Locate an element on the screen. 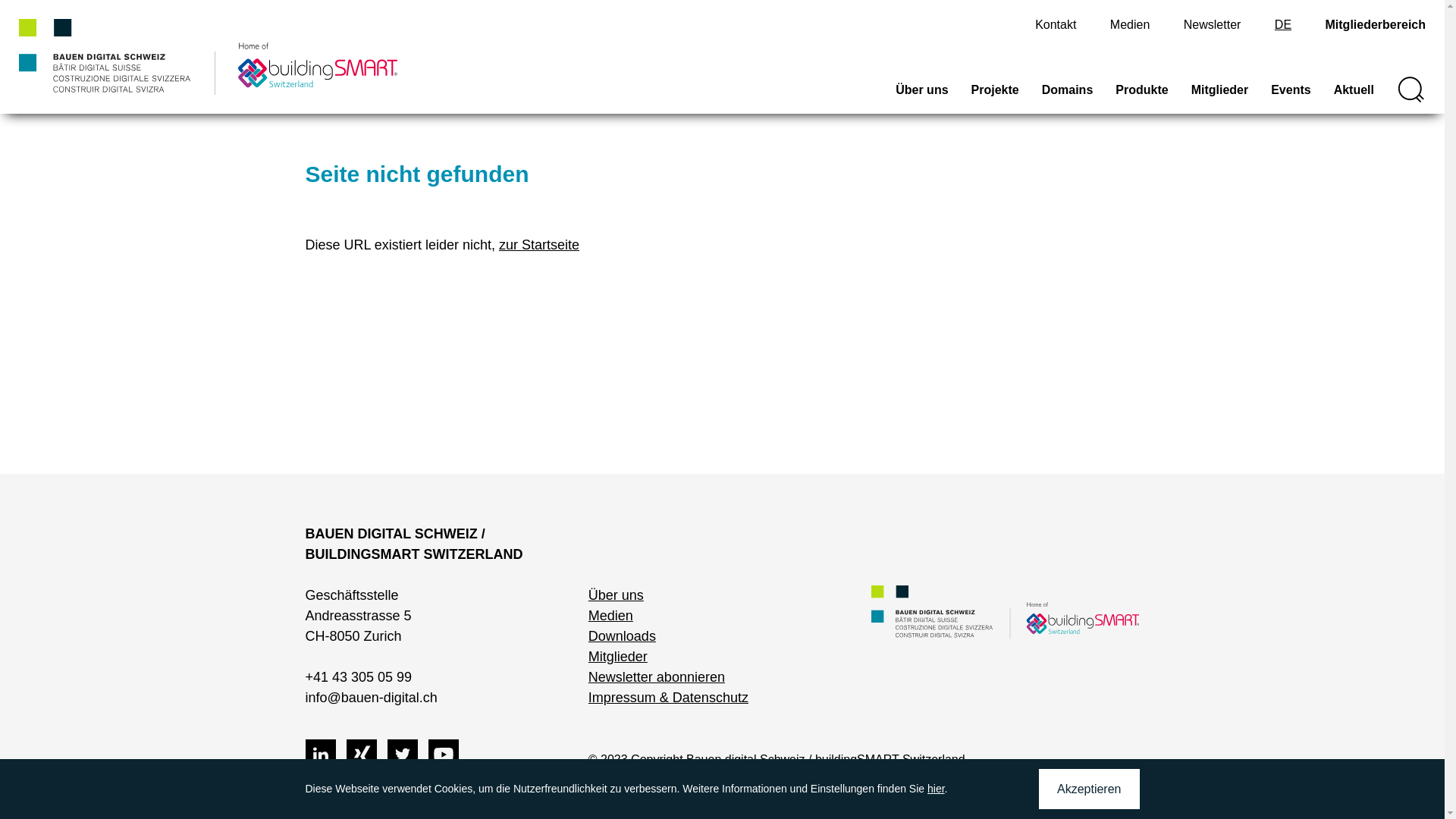 This screenshot has width=1456, height=819. 'Kontakt' is located at coordinates (1055, 24).